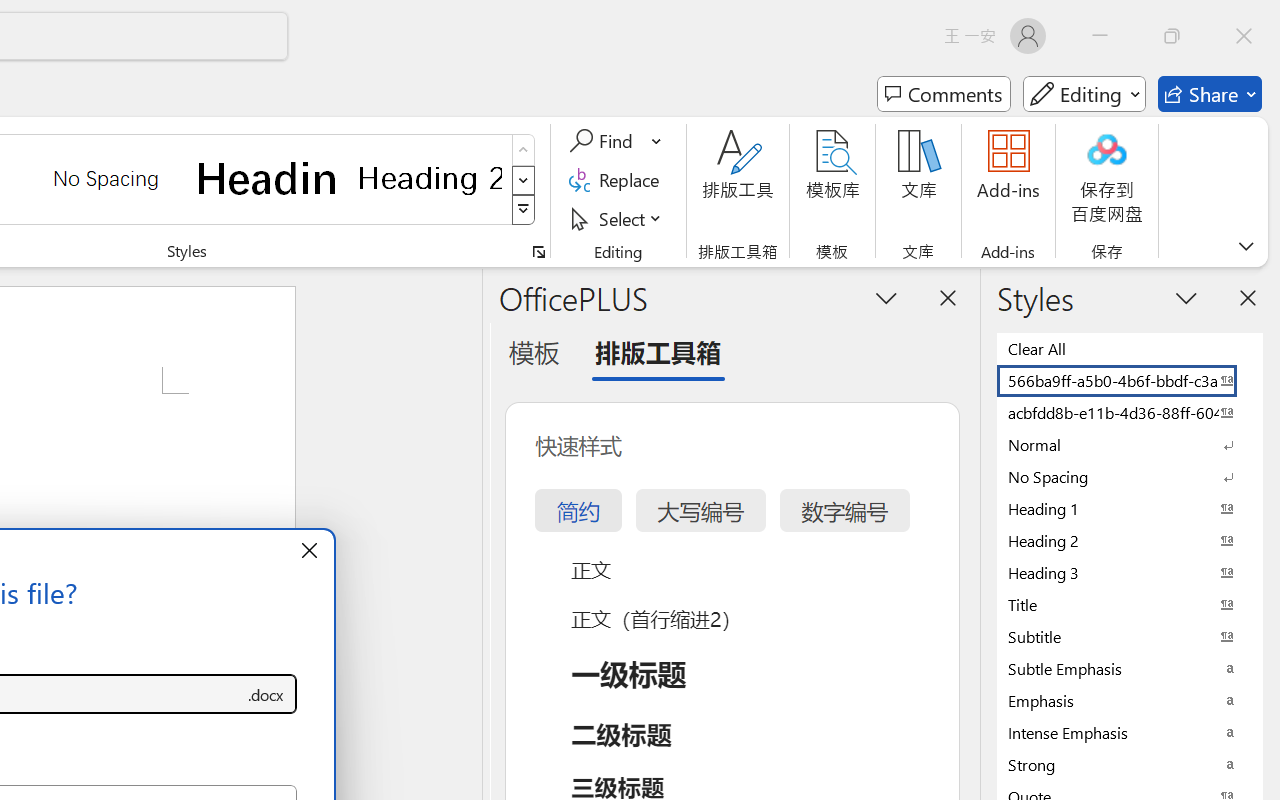 The height and width of the screenshot is (800, 1280). I want to click on 'Task Pane Options', so click(886, 297).